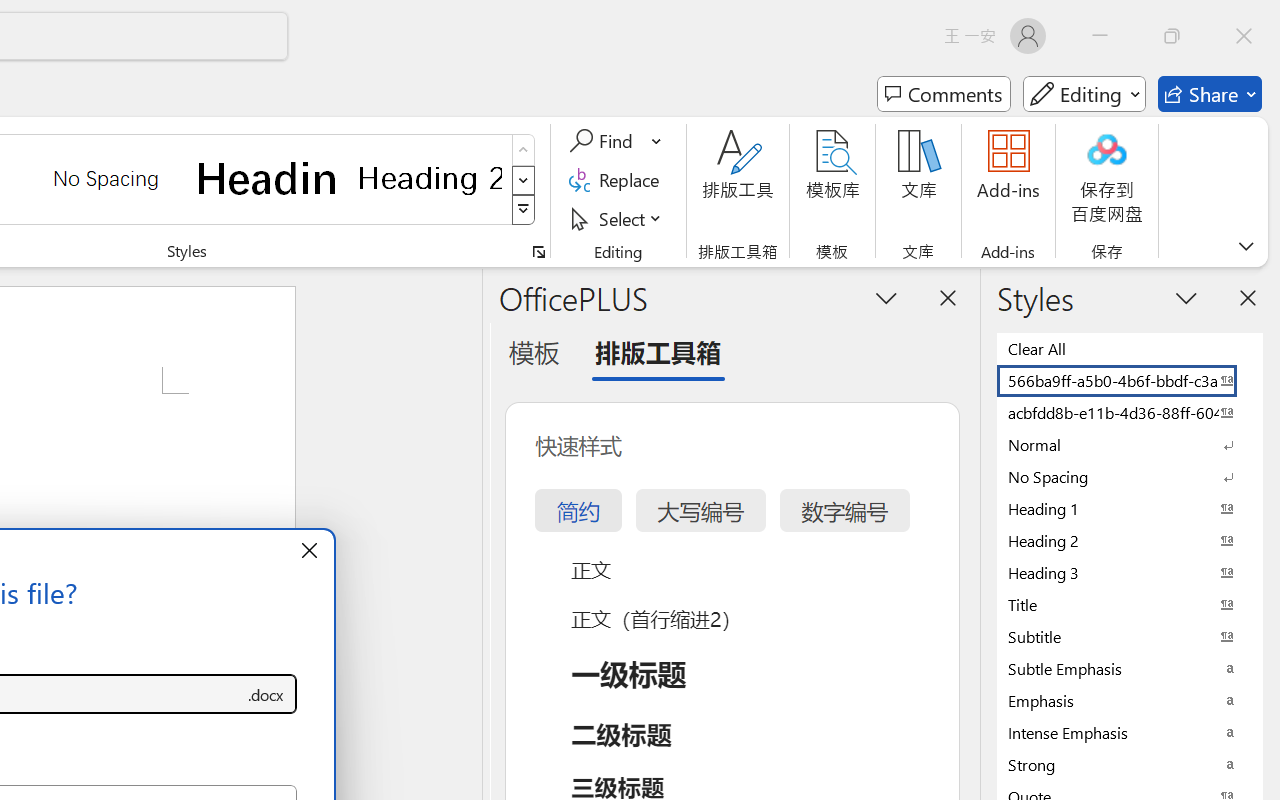 The height and width of the screenshot is (800, 1280). I want to click on 'Task Pane Options', so click(886, 297).